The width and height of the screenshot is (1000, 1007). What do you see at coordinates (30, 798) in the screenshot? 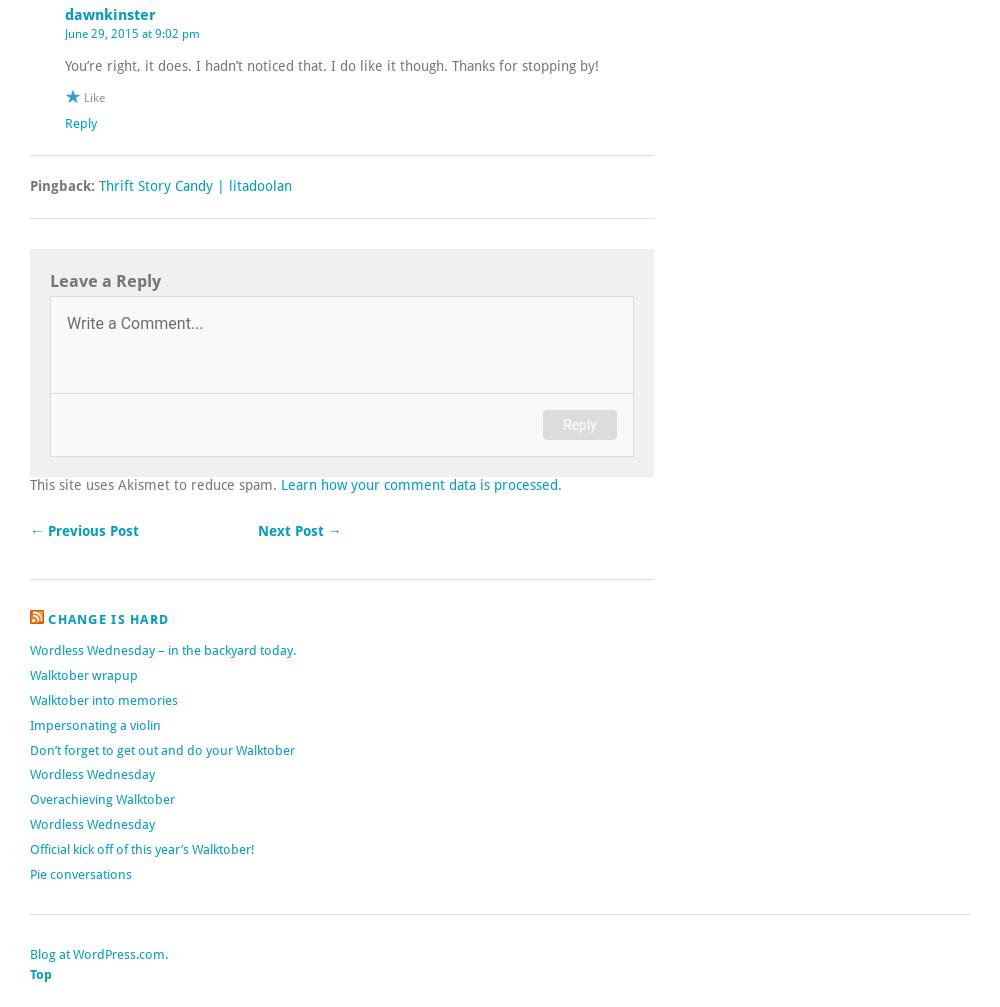
I see `'Overachieving Walktober'` at bounding box center [30, 798].